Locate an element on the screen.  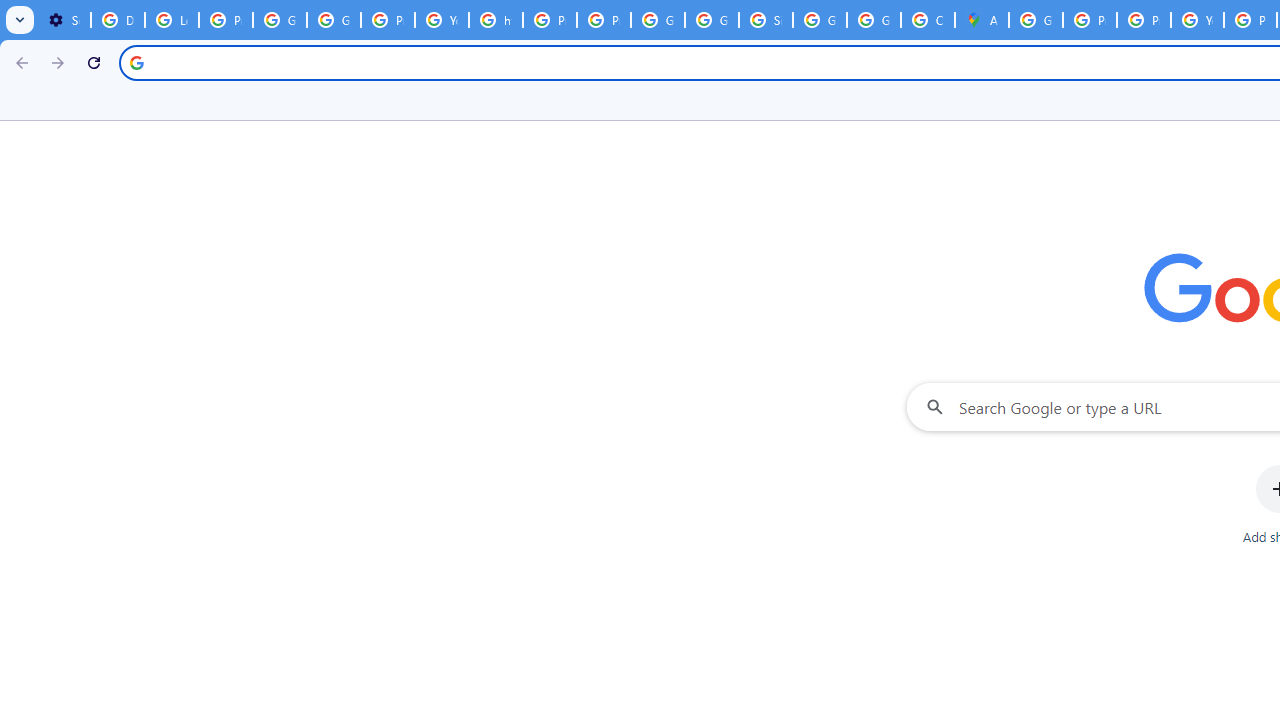
'Privacy Help Center - Policies Help' is located at coordinates (1088, 20).